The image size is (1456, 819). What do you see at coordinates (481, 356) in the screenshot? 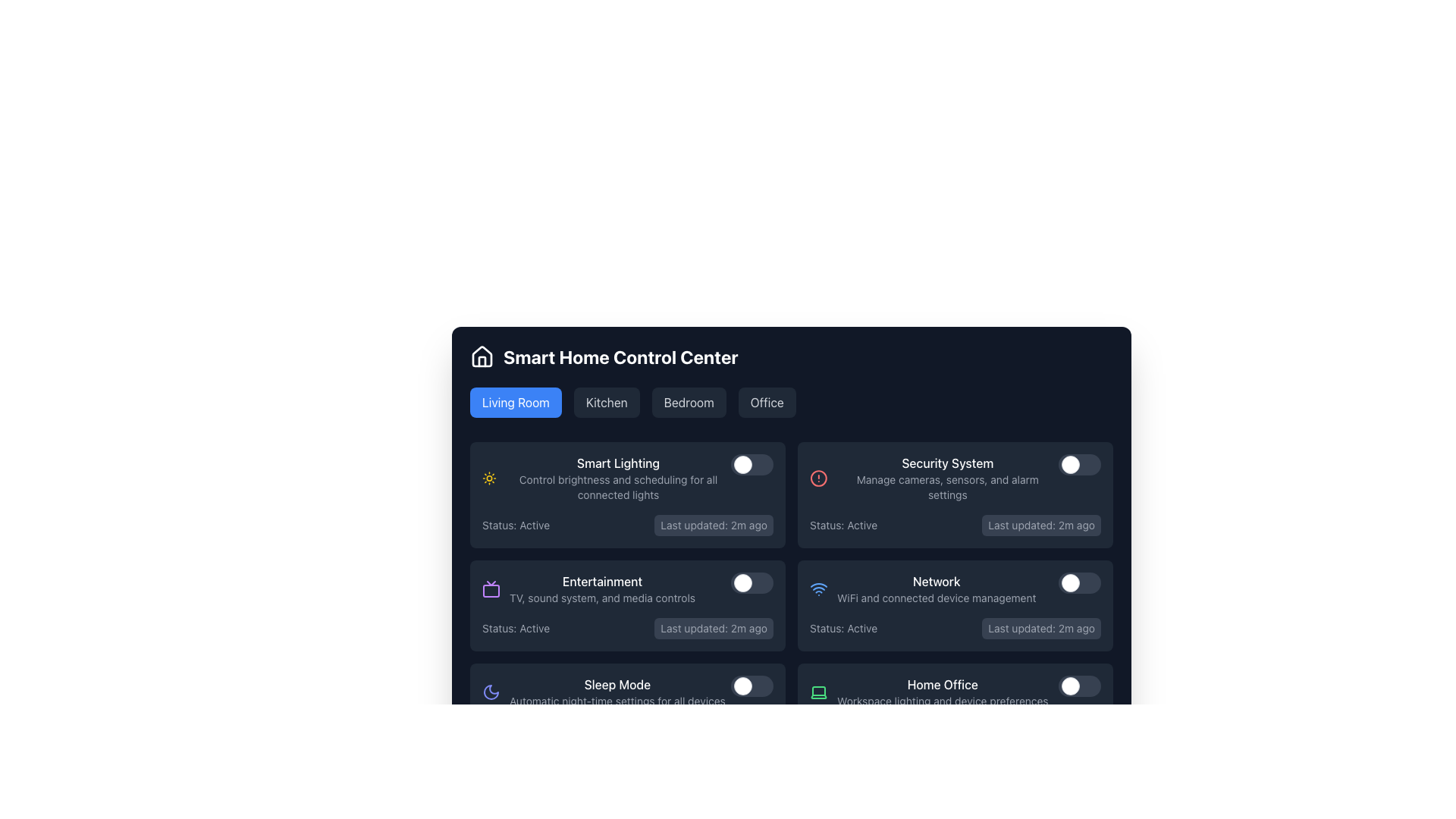
I see `the home icon representing the Smart Home Control Center, located to the left of the title text in the header section` at bounding box center [481, 356].